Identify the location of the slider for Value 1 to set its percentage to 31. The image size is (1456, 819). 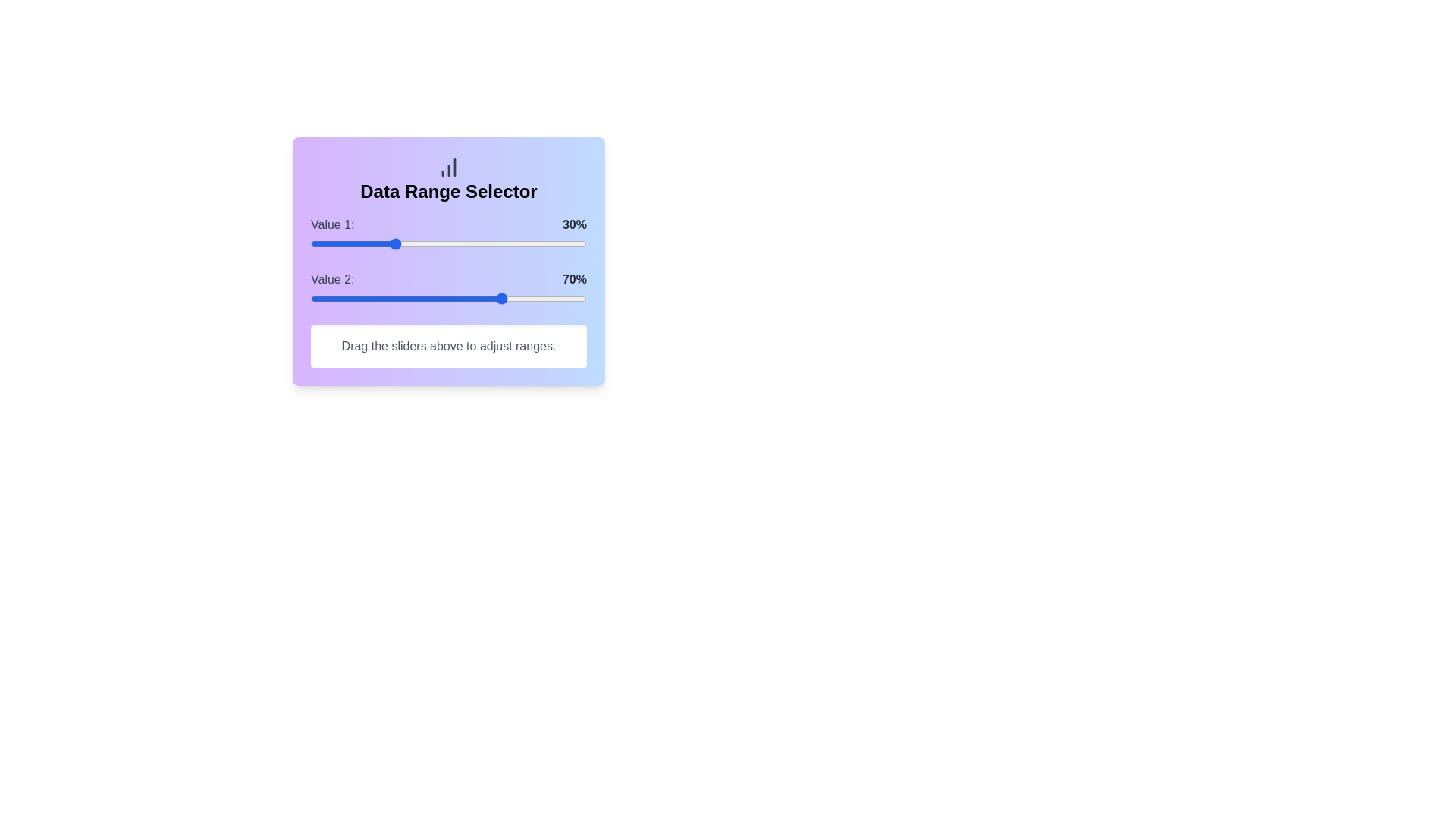
(396, 243).